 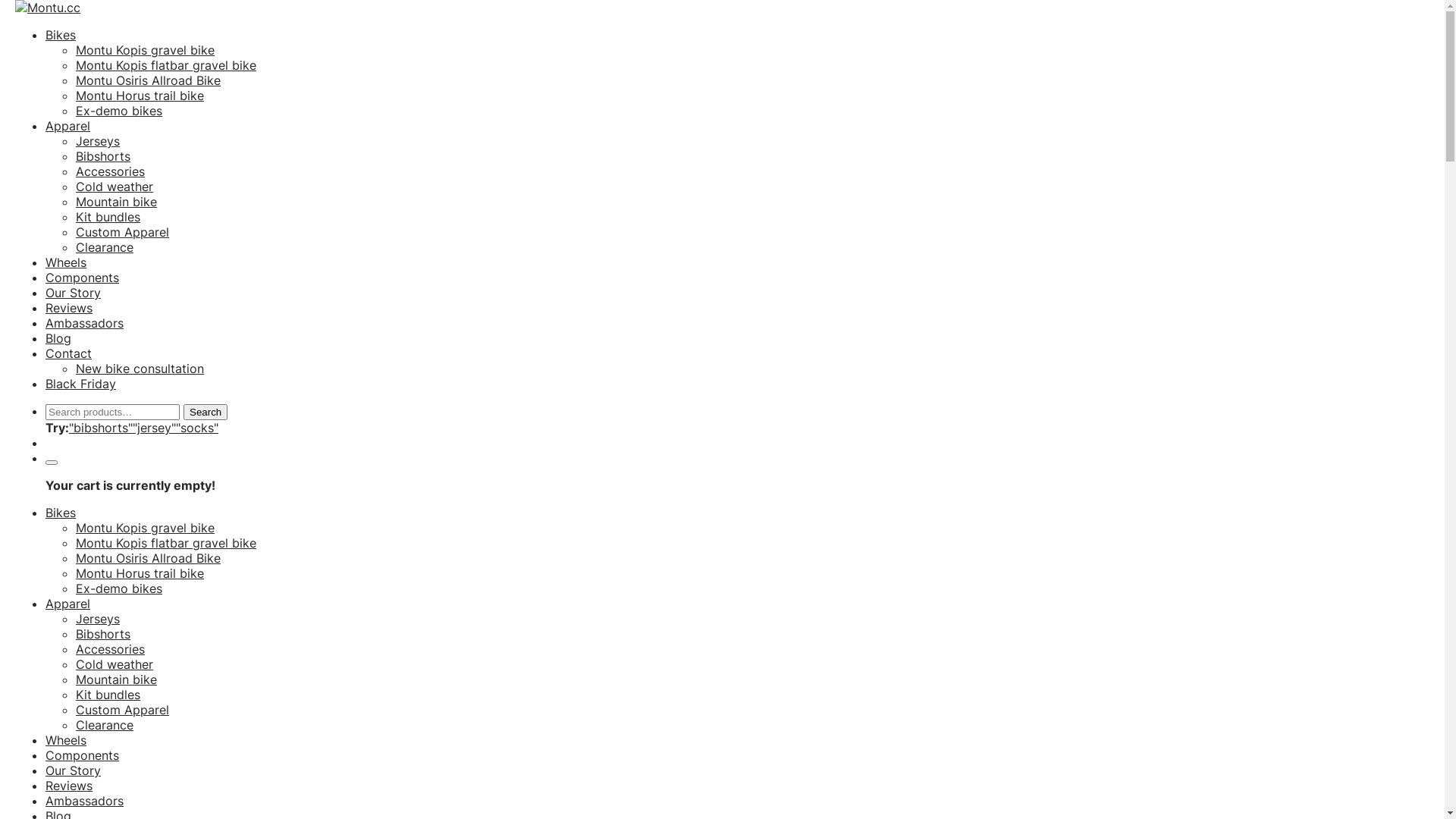 What do you see at coordinates (118, 110) in the screenshot?
I see `'Ex-demo bikes'` at bounding box center [118, 110].